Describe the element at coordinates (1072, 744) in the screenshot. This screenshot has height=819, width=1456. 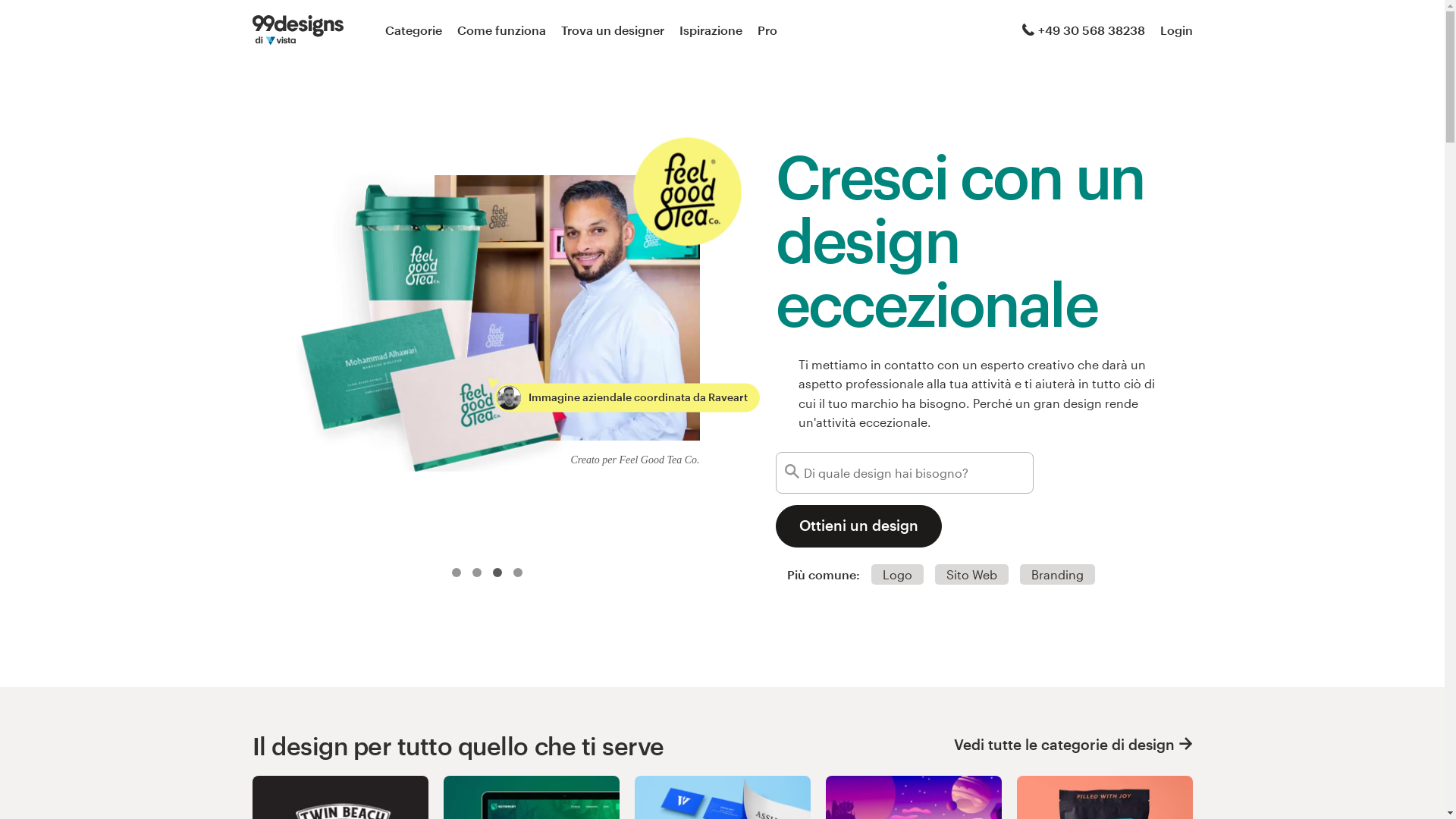
I see `'Vedi tutte le categorie di design'` at that location.